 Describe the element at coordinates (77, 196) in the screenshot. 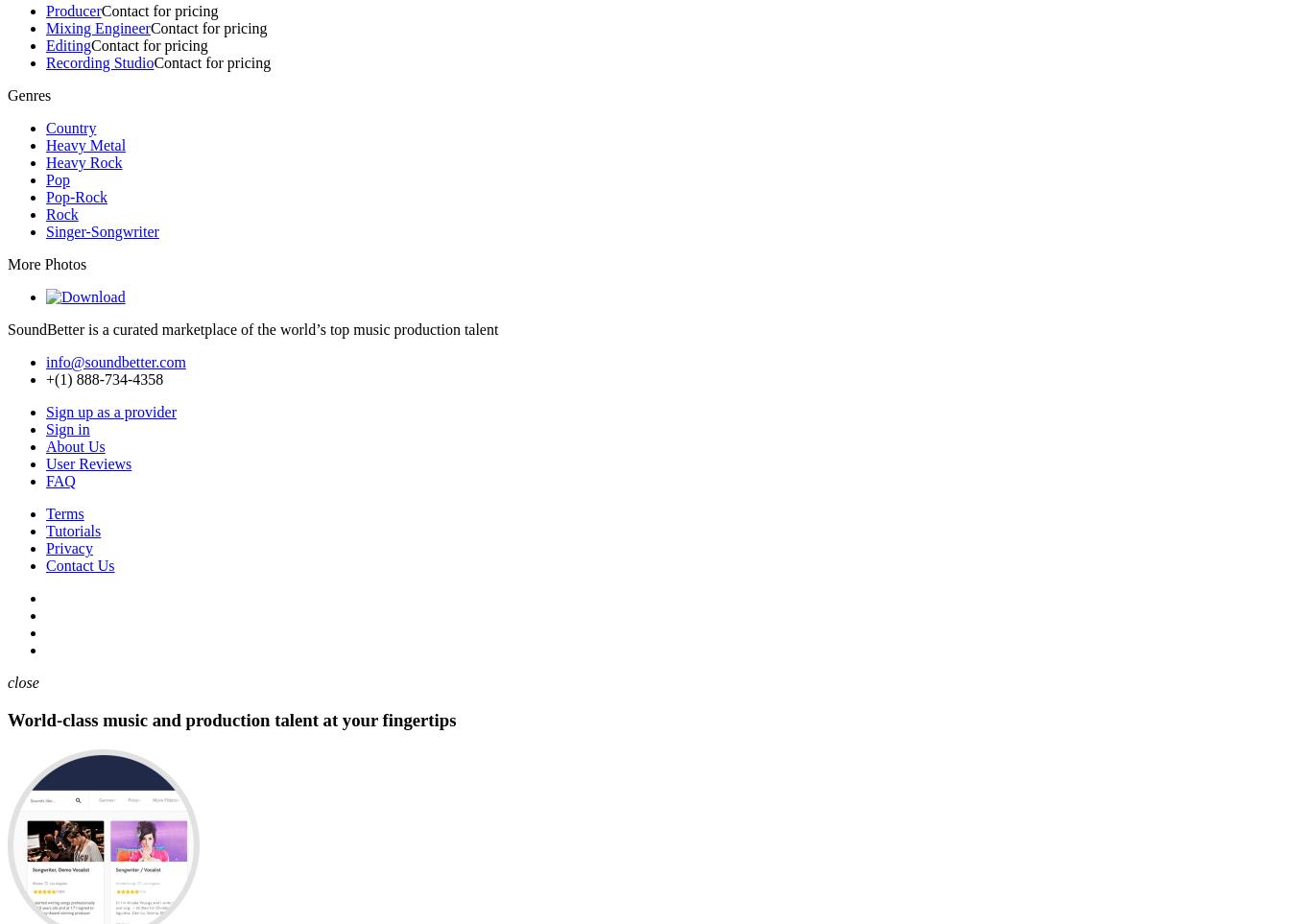

I see `'Pop-Rock'` at that location.